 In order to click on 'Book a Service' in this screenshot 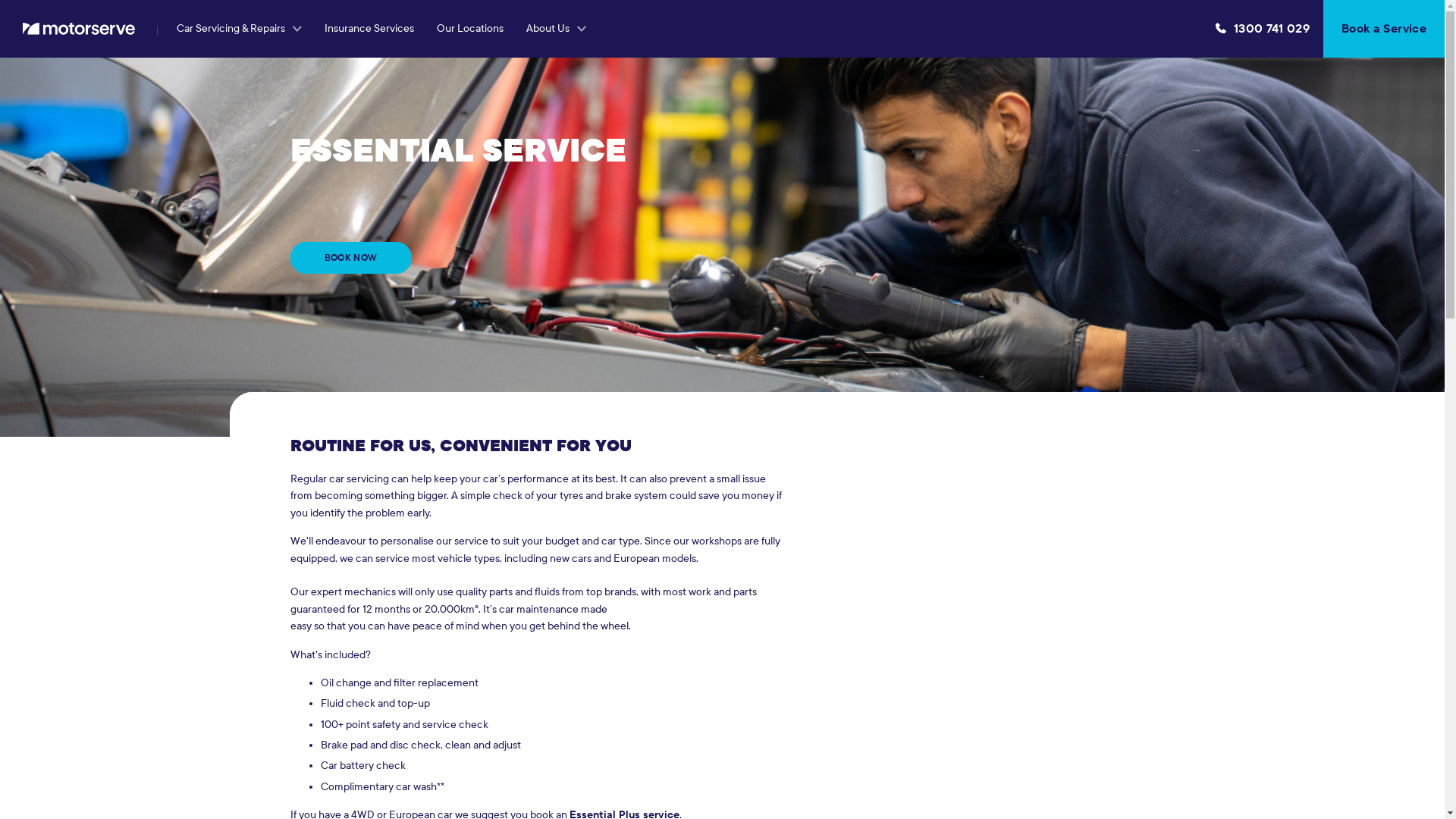, I will do `click(1383, 29)`.